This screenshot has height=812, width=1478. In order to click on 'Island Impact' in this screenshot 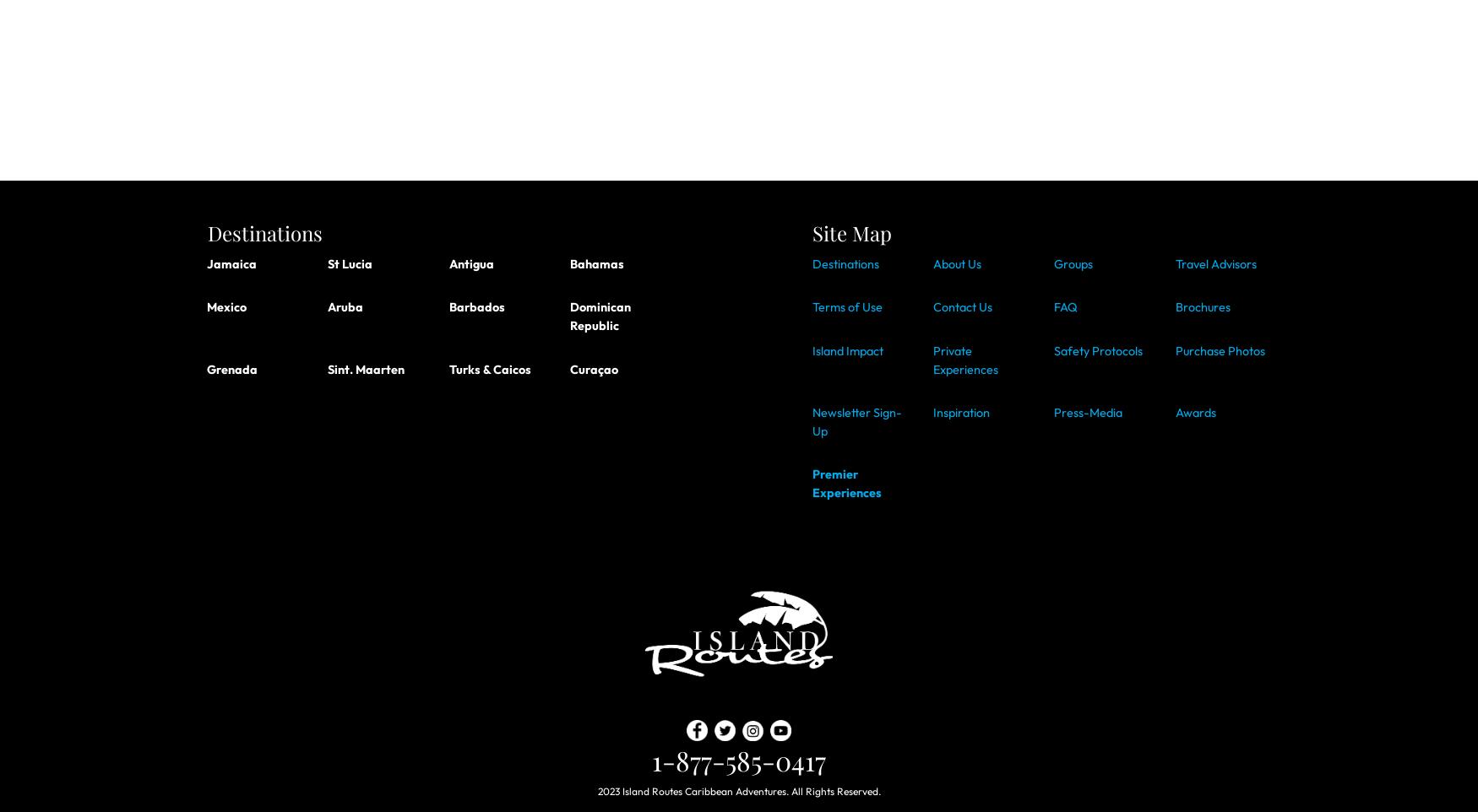, I will do `click(845, 349)`.